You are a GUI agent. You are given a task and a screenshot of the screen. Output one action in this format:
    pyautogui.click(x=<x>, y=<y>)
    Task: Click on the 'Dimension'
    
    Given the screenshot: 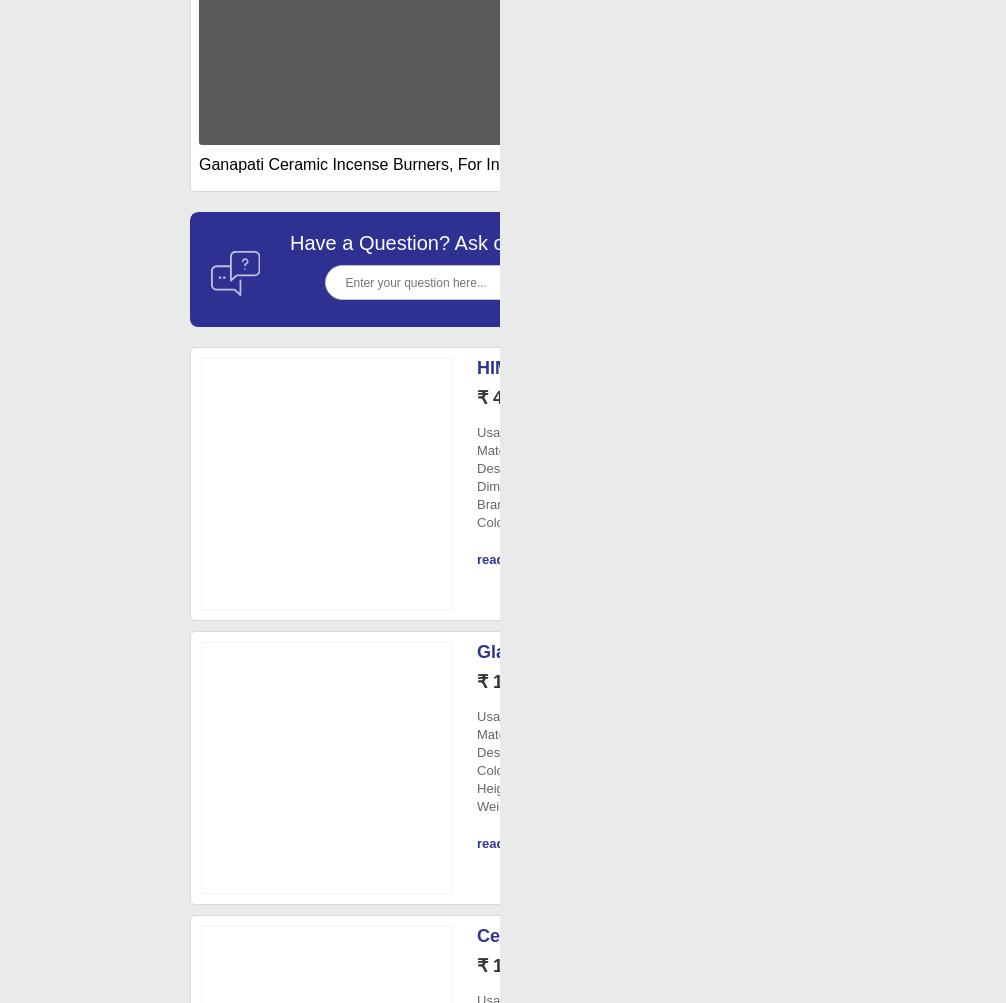 What is the action you would take?
    pyautogui.click(x=507, y=486)
    